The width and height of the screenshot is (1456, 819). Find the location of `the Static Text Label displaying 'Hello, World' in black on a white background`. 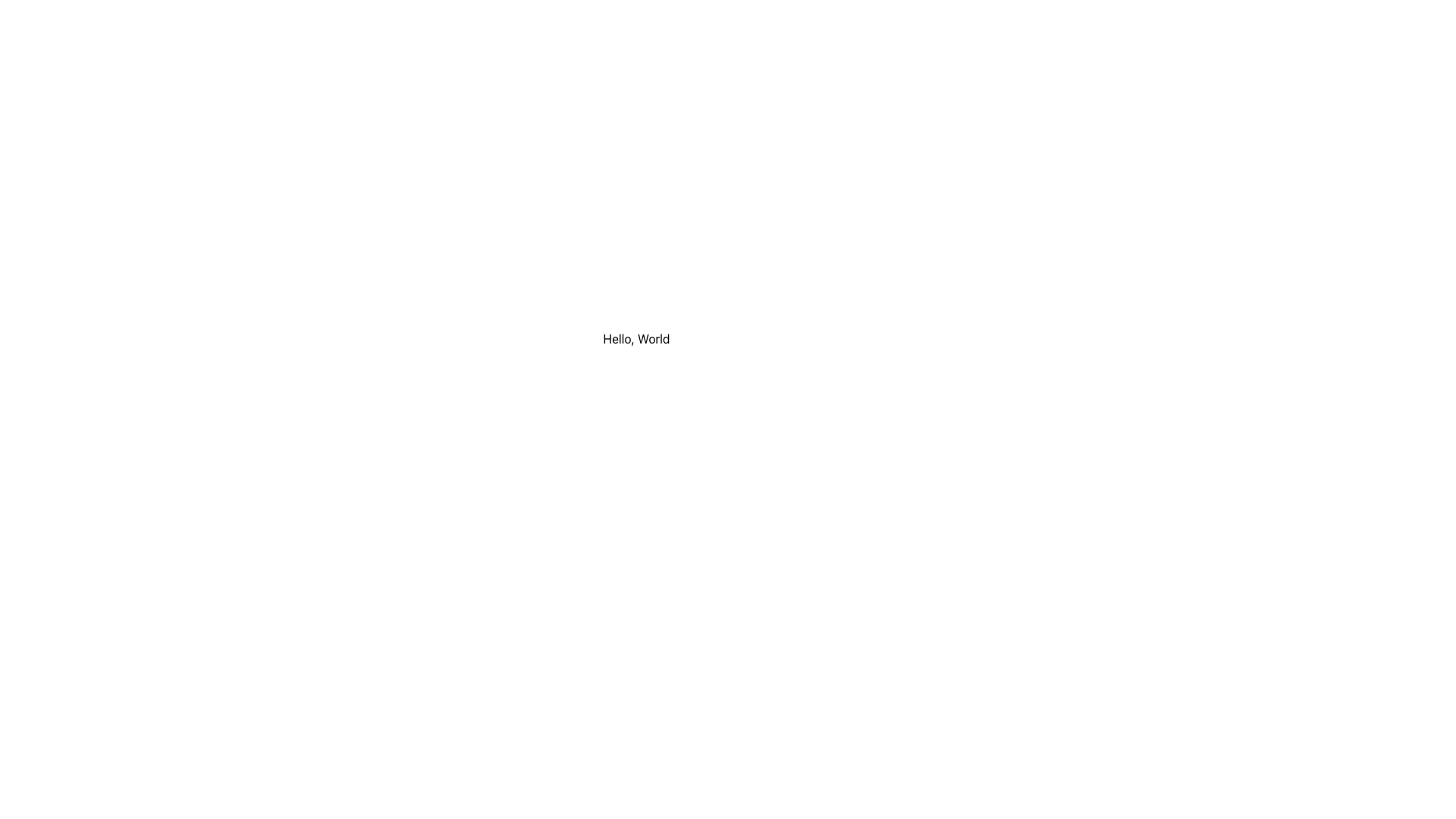

the Static Text Label displaying 'Hello, World' in black on a white background is located at coordinates (636, 338).